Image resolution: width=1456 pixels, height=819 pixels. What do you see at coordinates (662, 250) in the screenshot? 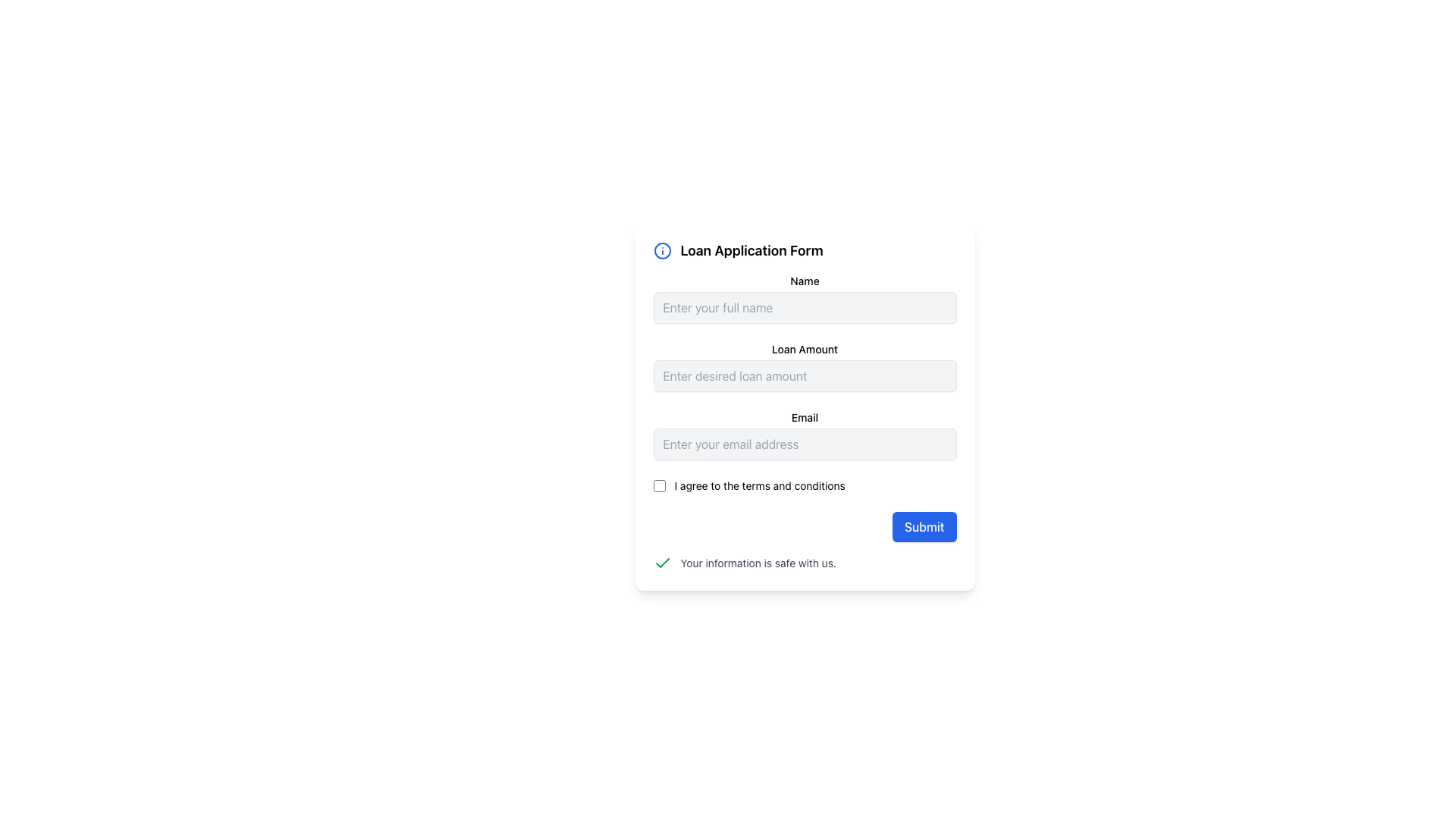
I see `the information icon located in the top-left of the header section of the 'Loan Application Form'` at bounding box center [662, 250].